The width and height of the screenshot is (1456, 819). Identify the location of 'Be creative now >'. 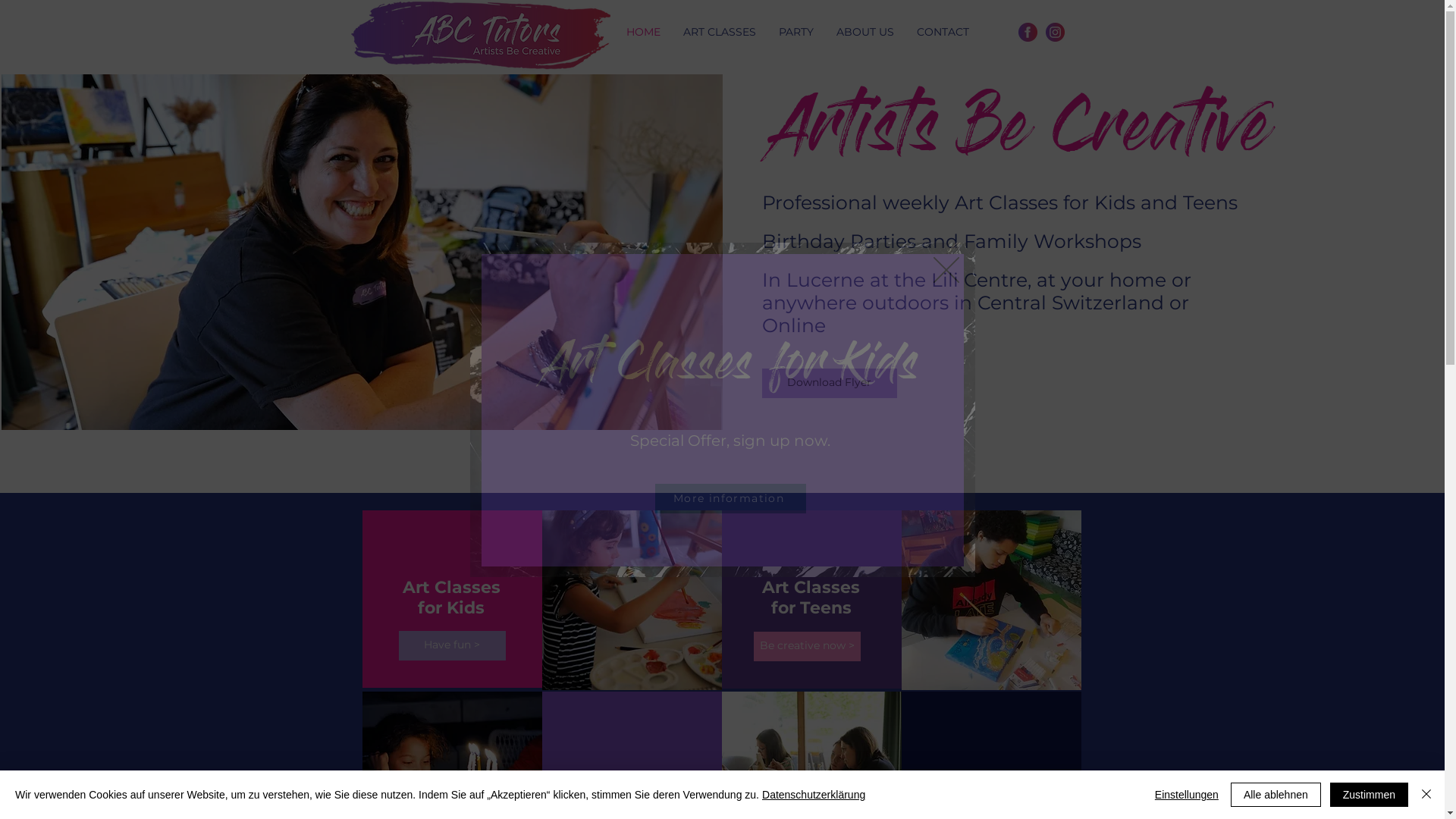
(753, 646).